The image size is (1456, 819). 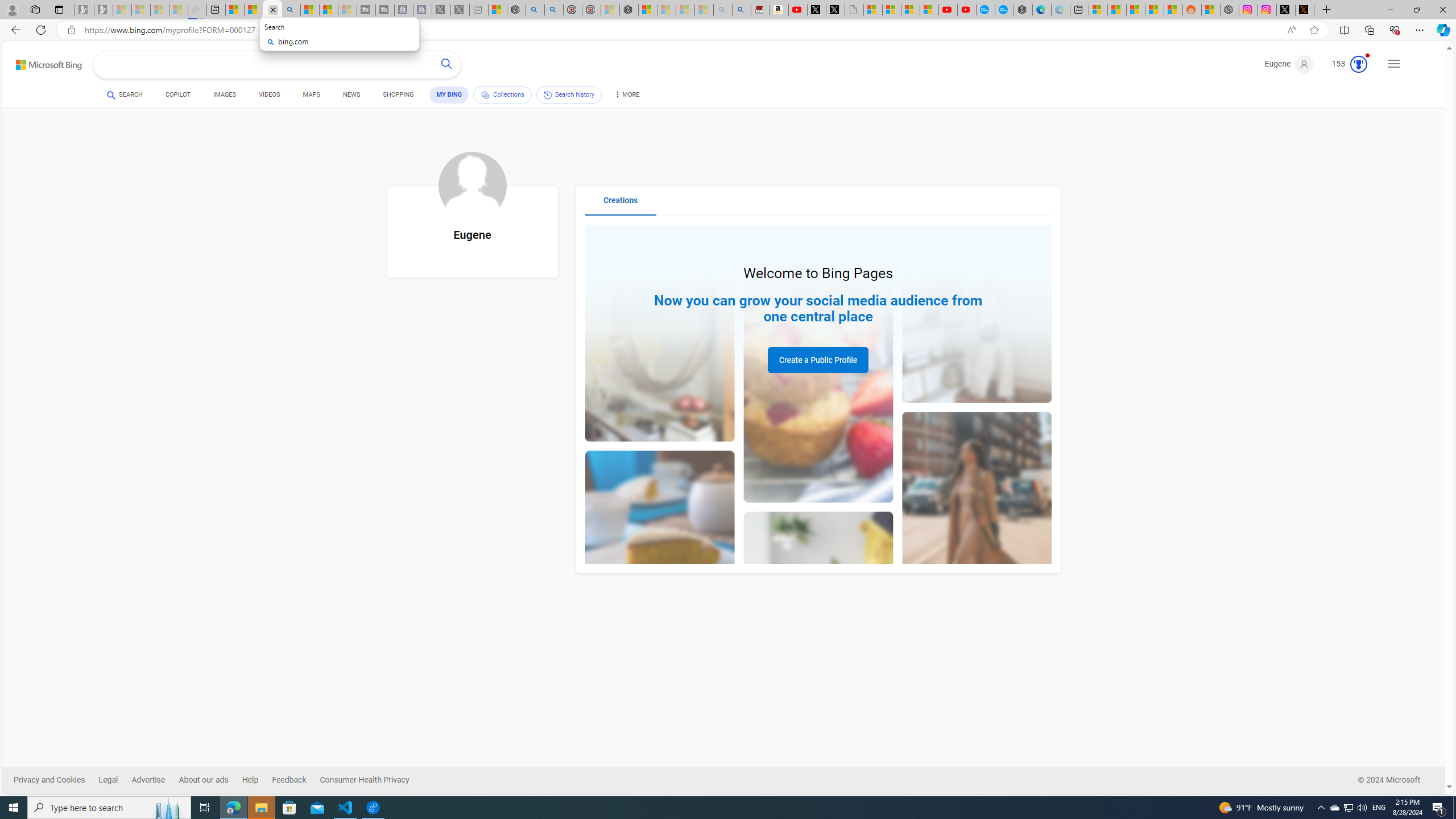 I want to click on 'SEARCH', so click(x=125, y=94).